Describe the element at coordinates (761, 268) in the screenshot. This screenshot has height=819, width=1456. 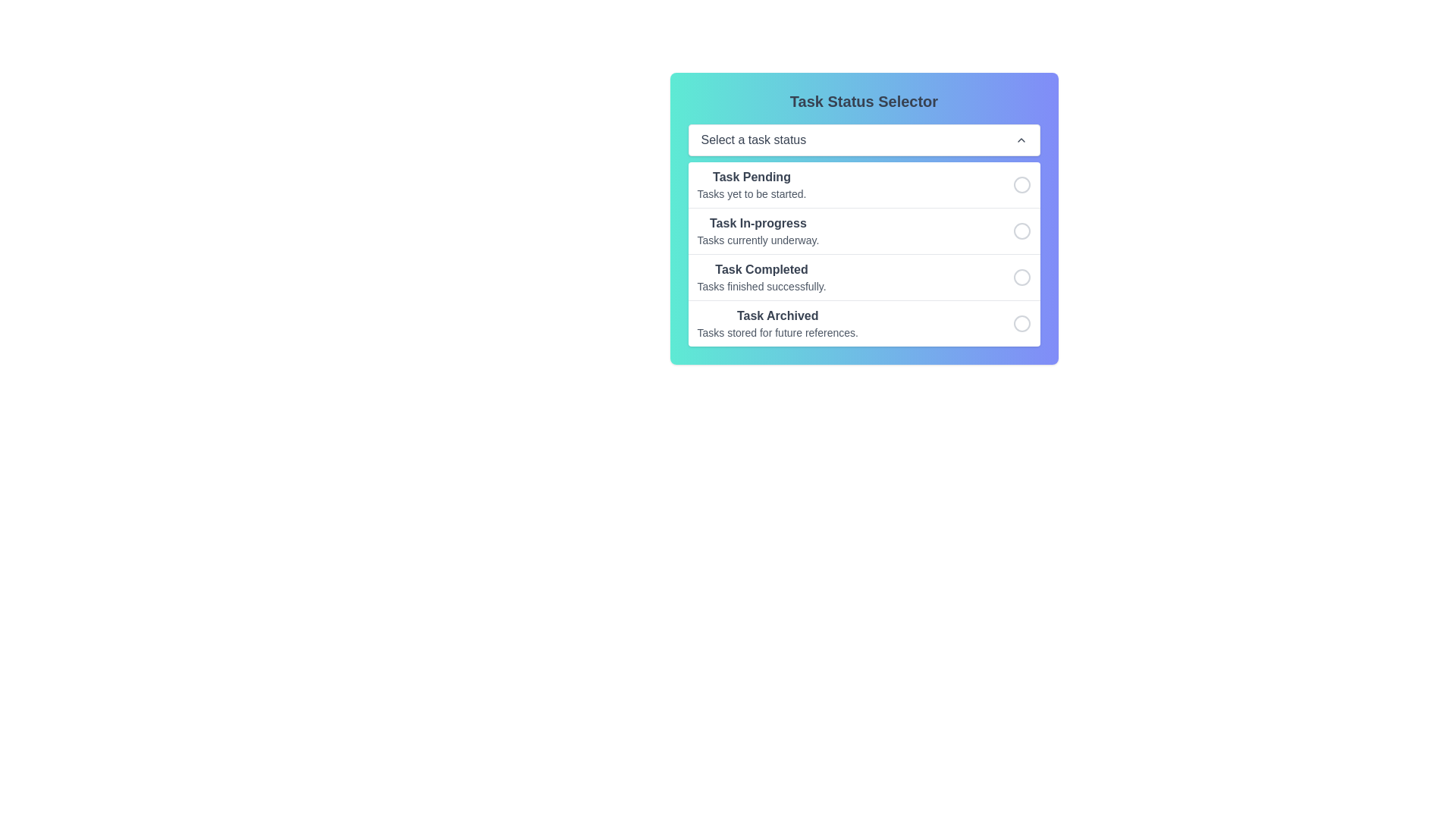
I see `the bold text label 'Task Completed' which indicates a task completion state, located in the third selectable row of the 'Task Status Selector' dropdown menu` at that location.